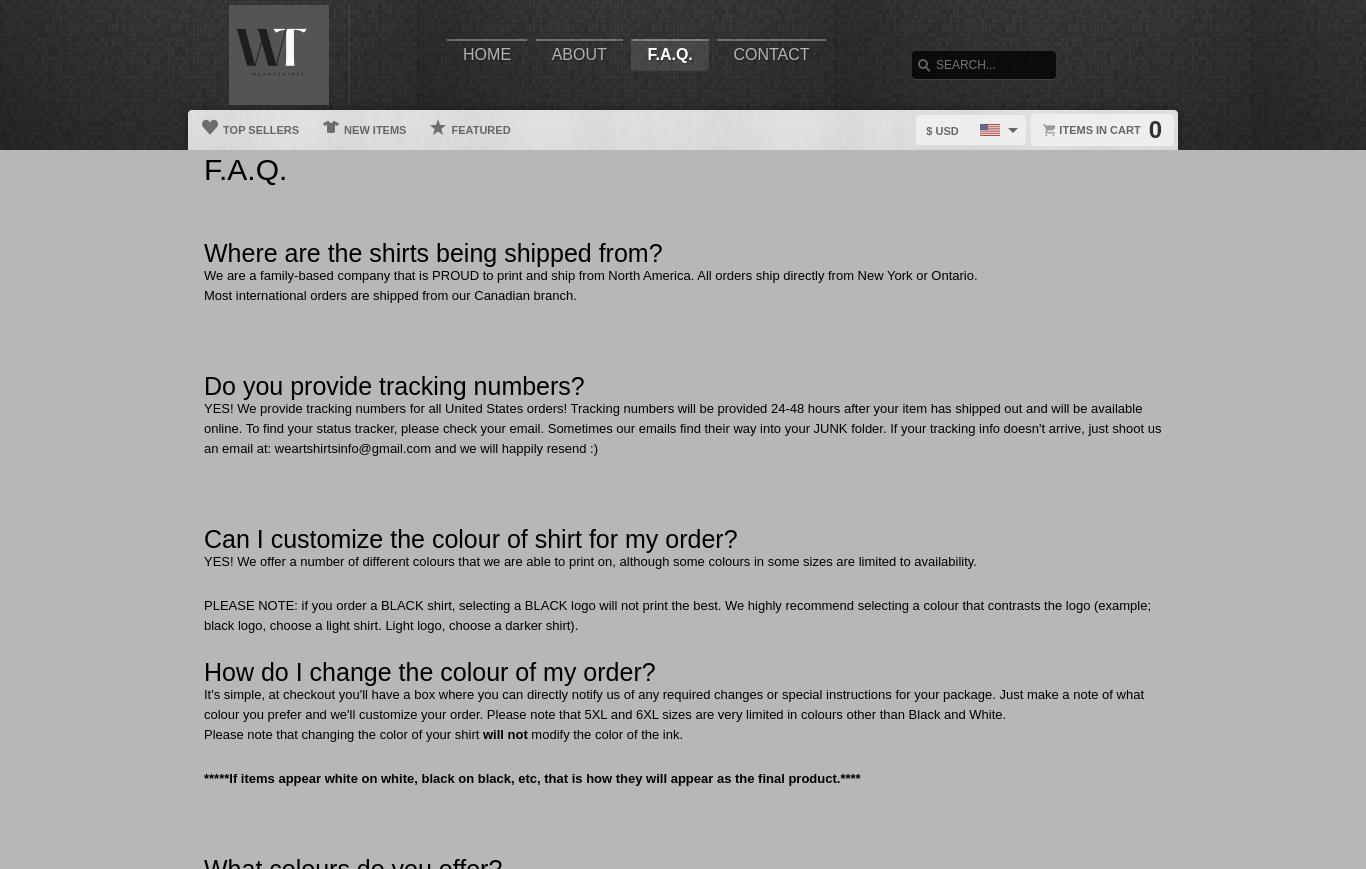  Describe the element at coordinates (681, 427) in the screenshot. I see `'YES! We provide tracking numbers for all United States orders! Tracking numbers will be provided 24-48 hours after your item has shipped out and will be available online. To find your status tracker, please check your email. Sometimes our emails find their way into your JUNK folder. If your tracking info doesn't arrive, just shoot us an email at: weartshirtsinfo@gmail.com and we will happily resend :)'` at that location.